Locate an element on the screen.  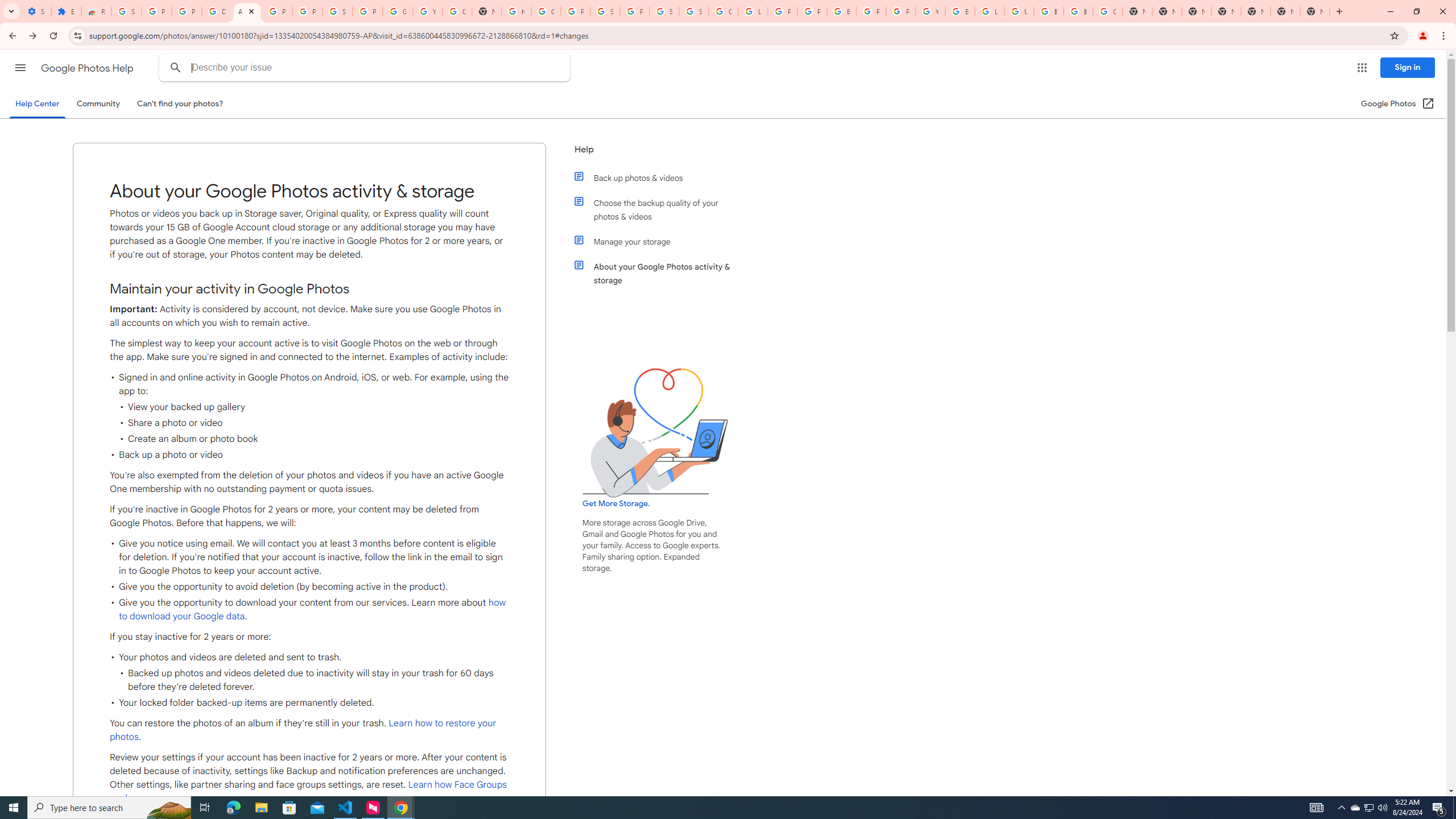
'Can' is located at coordinates (180, 103).